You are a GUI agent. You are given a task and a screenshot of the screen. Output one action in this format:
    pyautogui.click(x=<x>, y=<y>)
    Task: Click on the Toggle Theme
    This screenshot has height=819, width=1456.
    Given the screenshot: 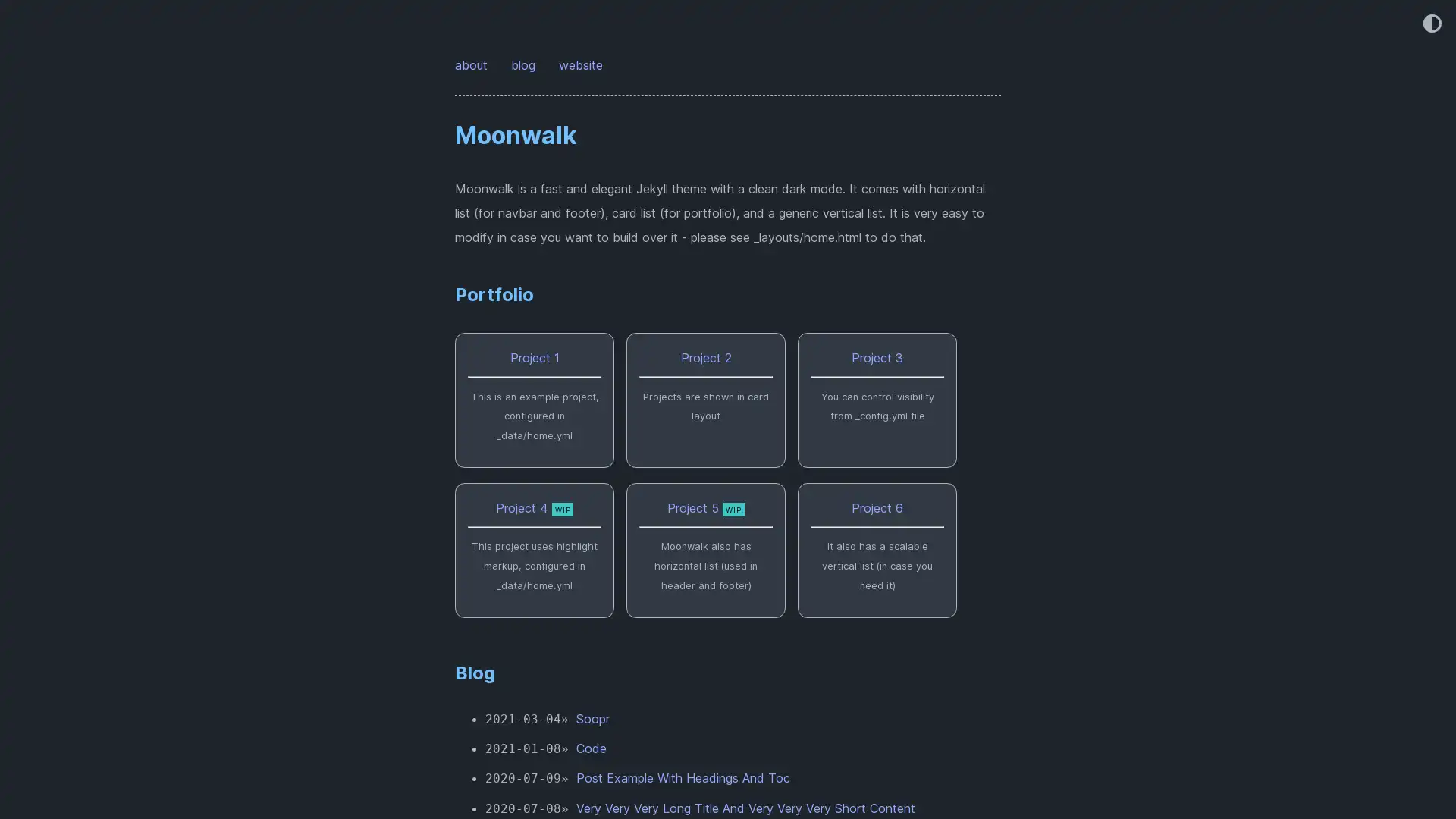 What is the action you would take?
    pyautogui.click(x=1430, y=24)
    